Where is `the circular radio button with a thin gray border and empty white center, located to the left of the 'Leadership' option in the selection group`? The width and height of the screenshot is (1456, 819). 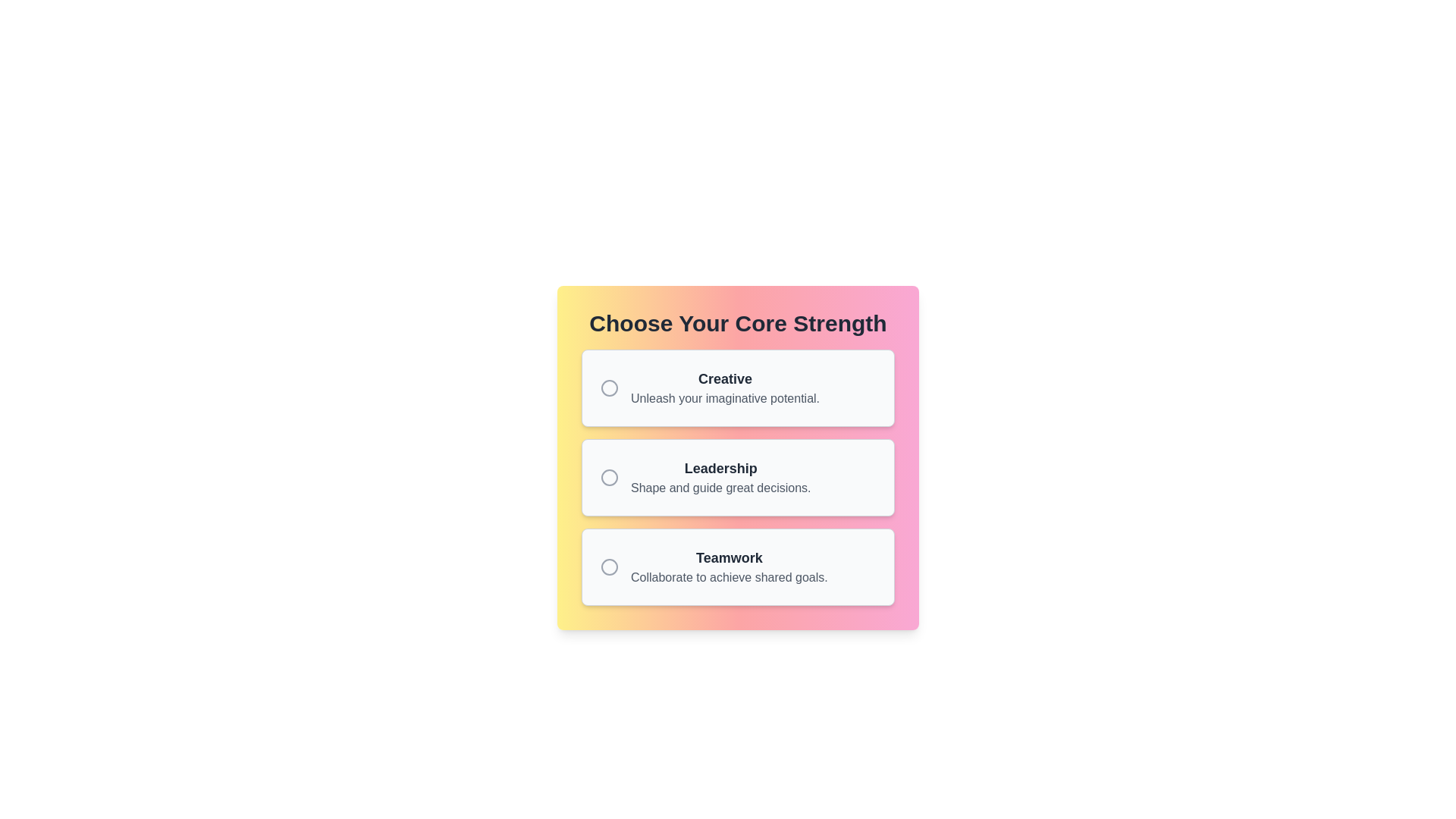 the circular radio button with a thin gray border and empty white center, located to the left of the 'Leadership' option in the selection group is located at coordinates (610, 476).